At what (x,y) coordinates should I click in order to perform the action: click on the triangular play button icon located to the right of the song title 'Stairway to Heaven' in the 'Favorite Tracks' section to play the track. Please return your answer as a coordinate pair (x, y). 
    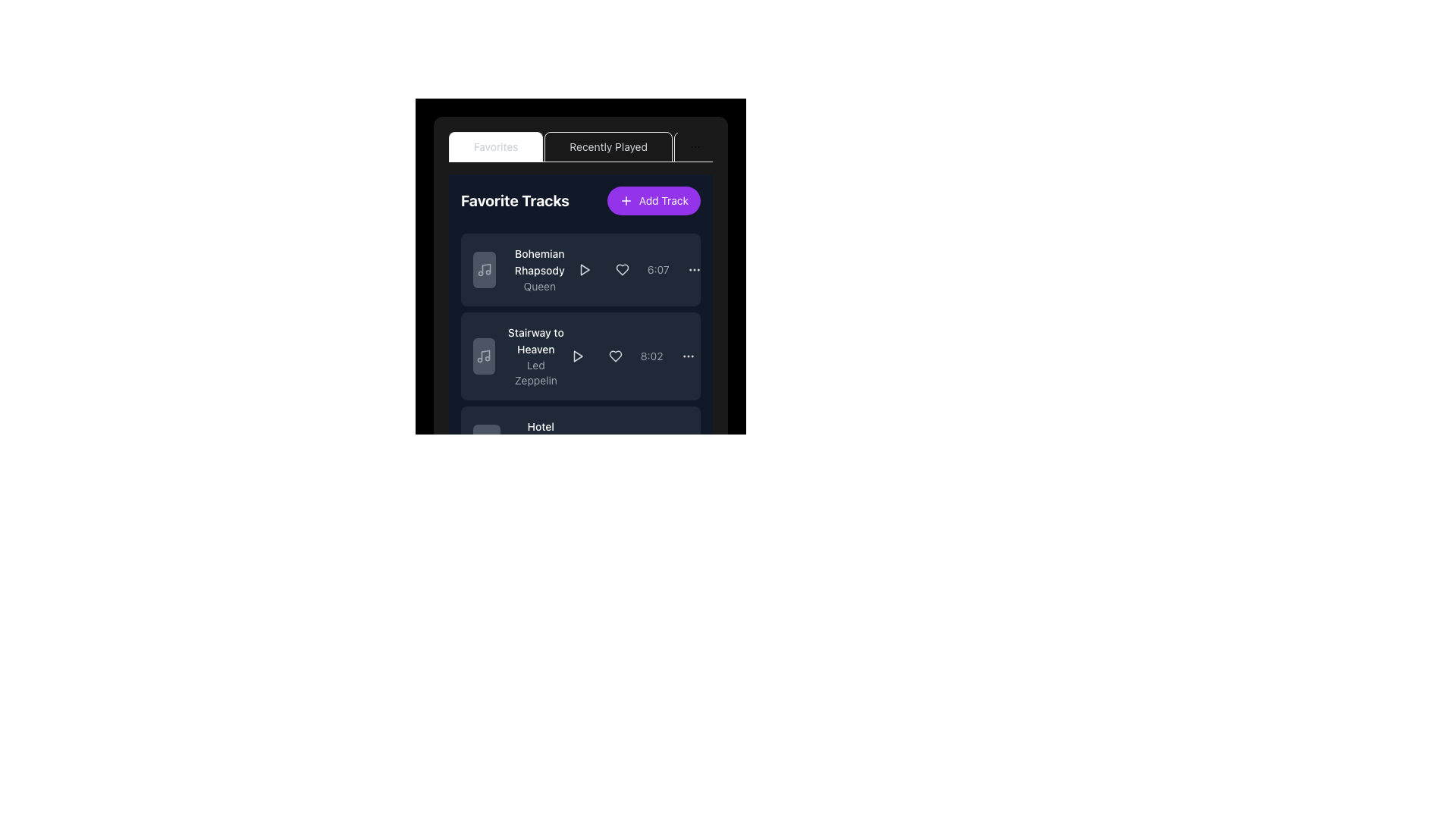
    Looking at the image, I should click on (576, 356).